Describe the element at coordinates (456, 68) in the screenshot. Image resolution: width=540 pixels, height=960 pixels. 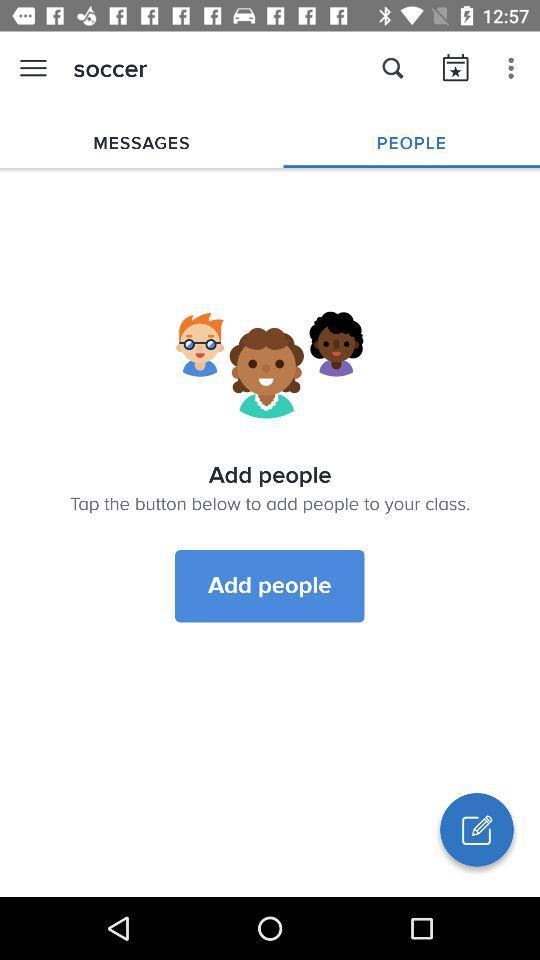
I see `icon right to search icon` at that location.